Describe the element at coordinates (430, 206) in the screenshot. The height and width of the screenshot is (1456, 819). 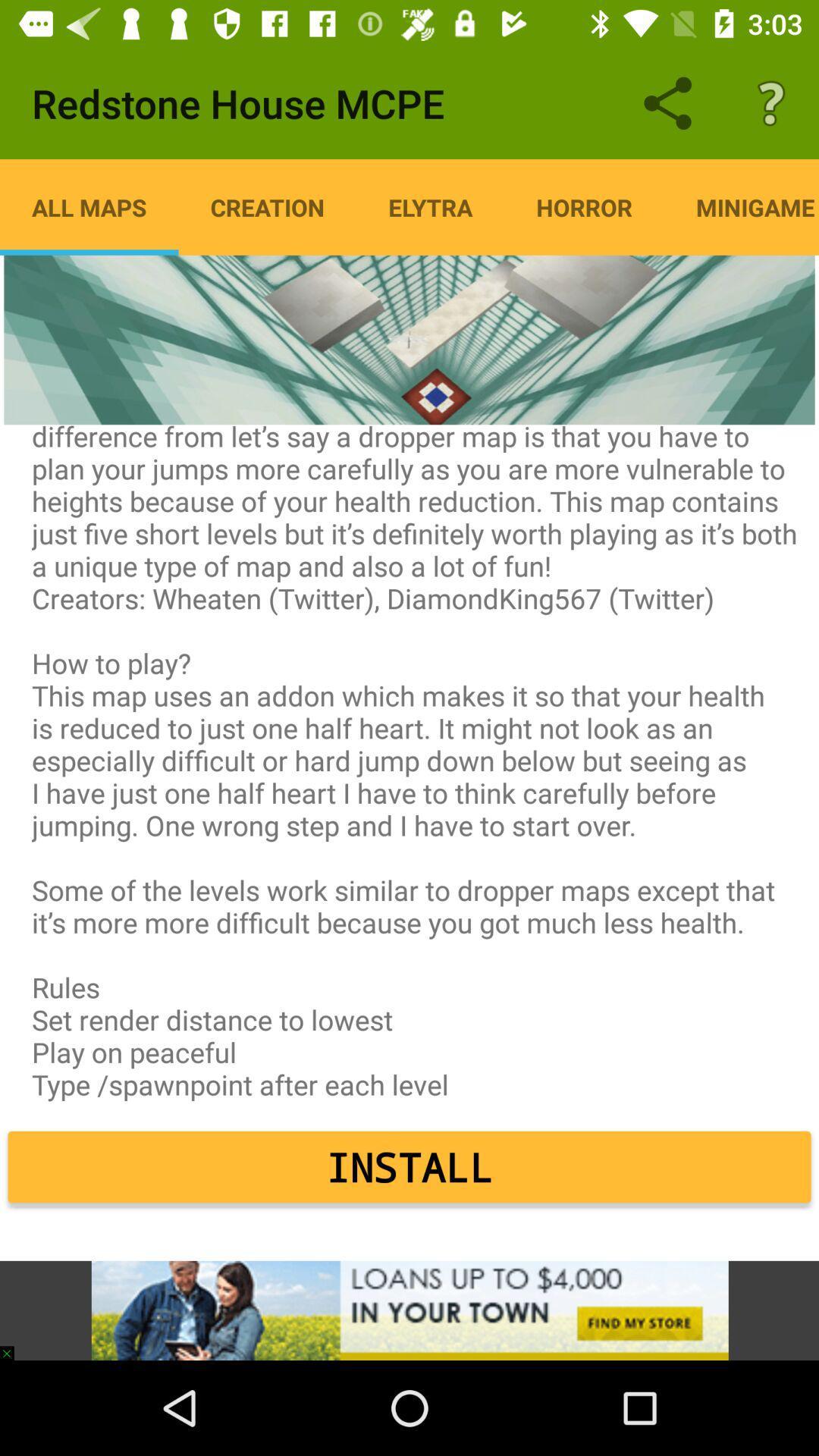
I see `the icon next to the creation item` at that location.